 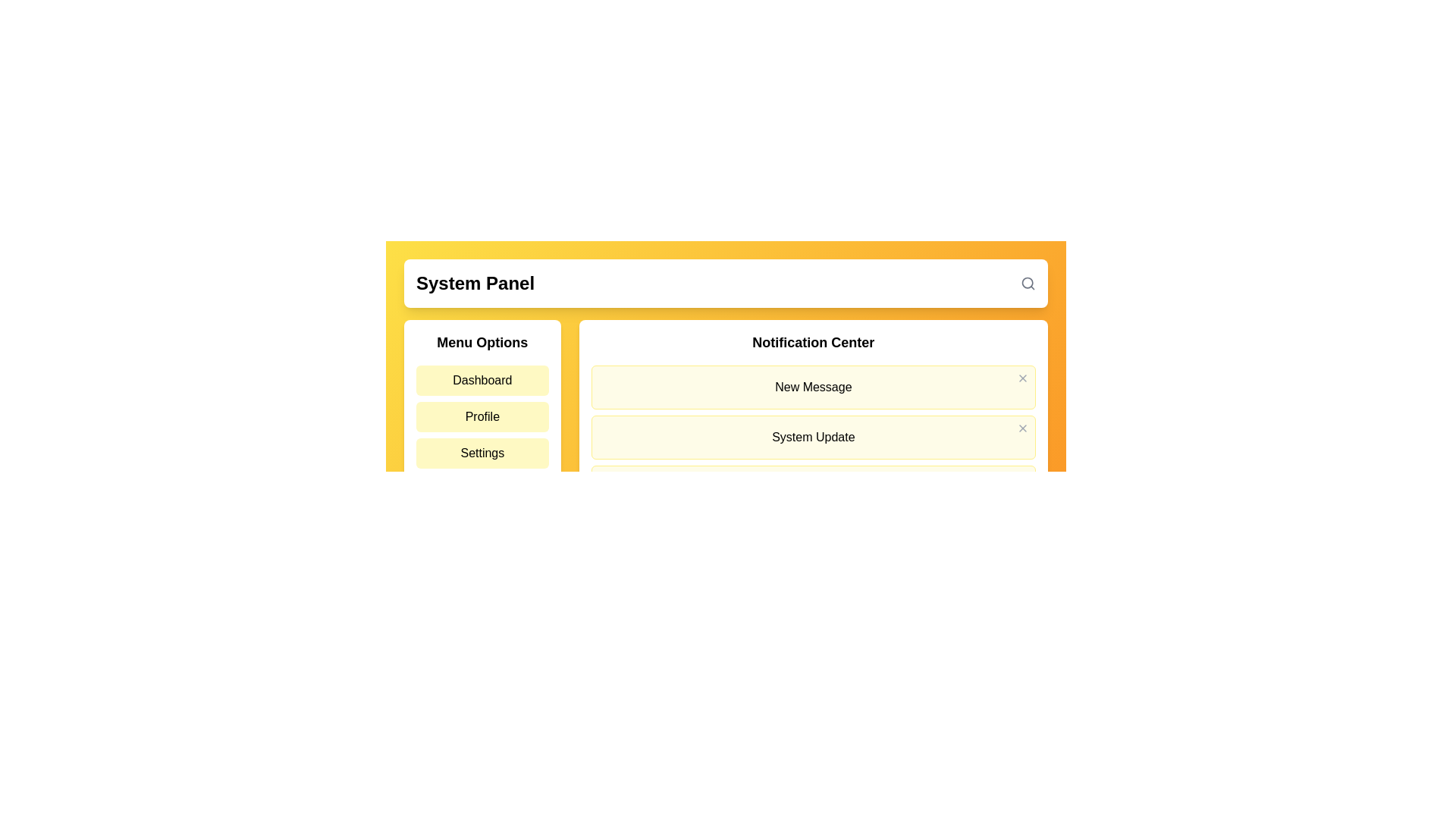 I want to click on the inner circle of the magnifying glass icon located in the top-right corner of the header bar, so click(x=1028, y=283).